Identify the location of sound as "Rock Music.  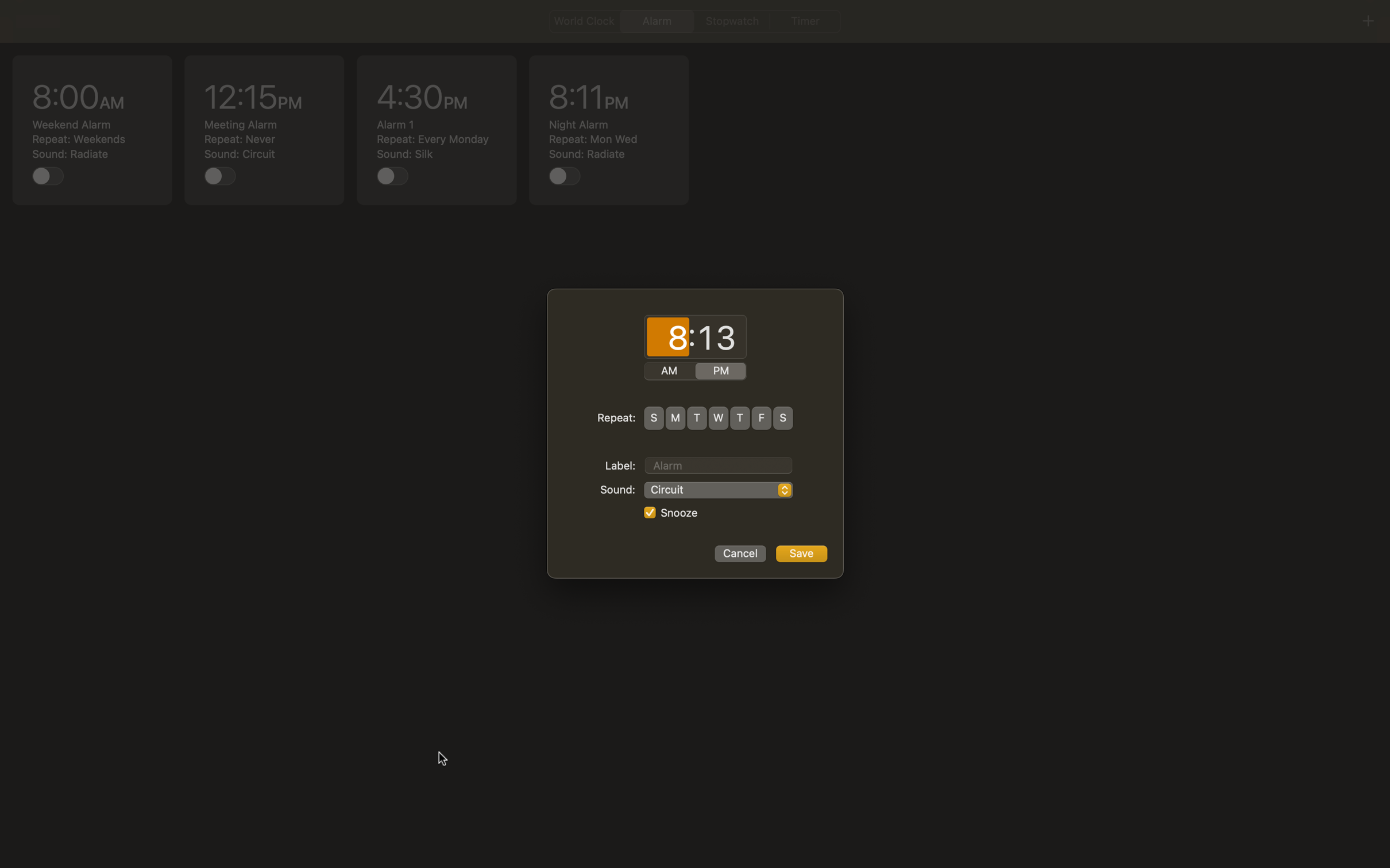
(718, 490).